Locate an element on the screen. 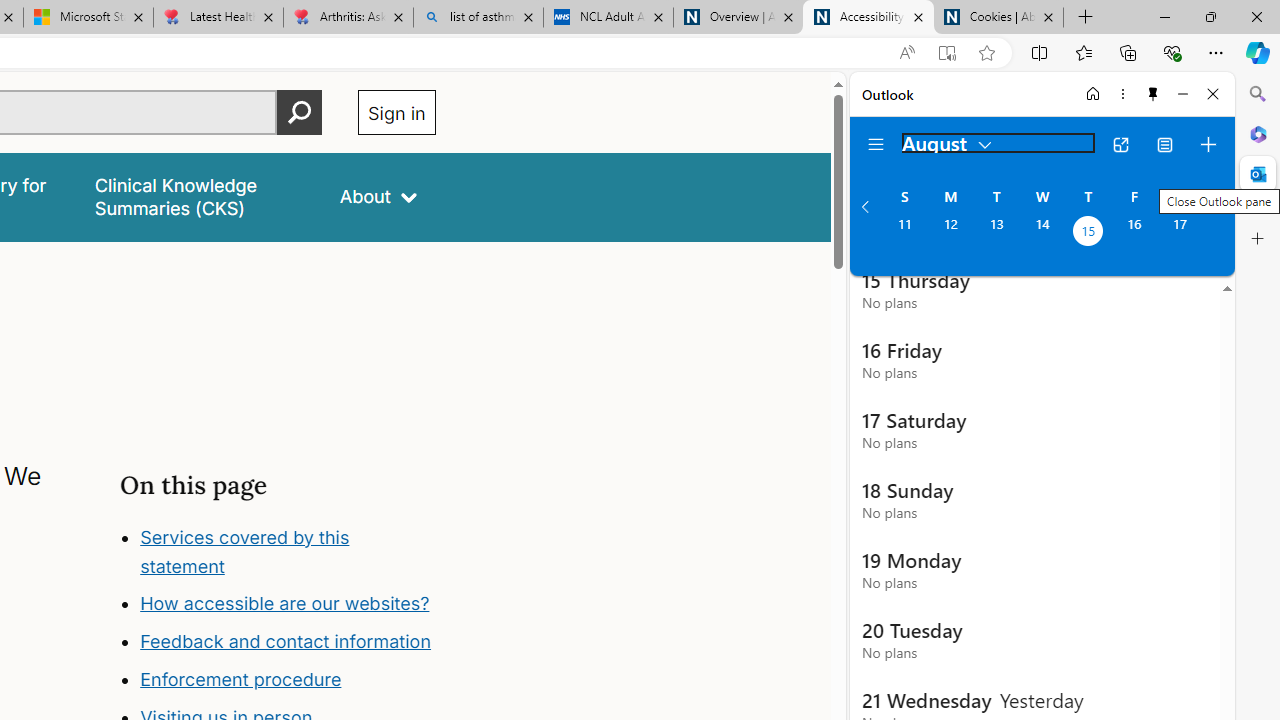 The image size is (1280, 720). 'Open in new tab' is located at coordinates (1120, 144).